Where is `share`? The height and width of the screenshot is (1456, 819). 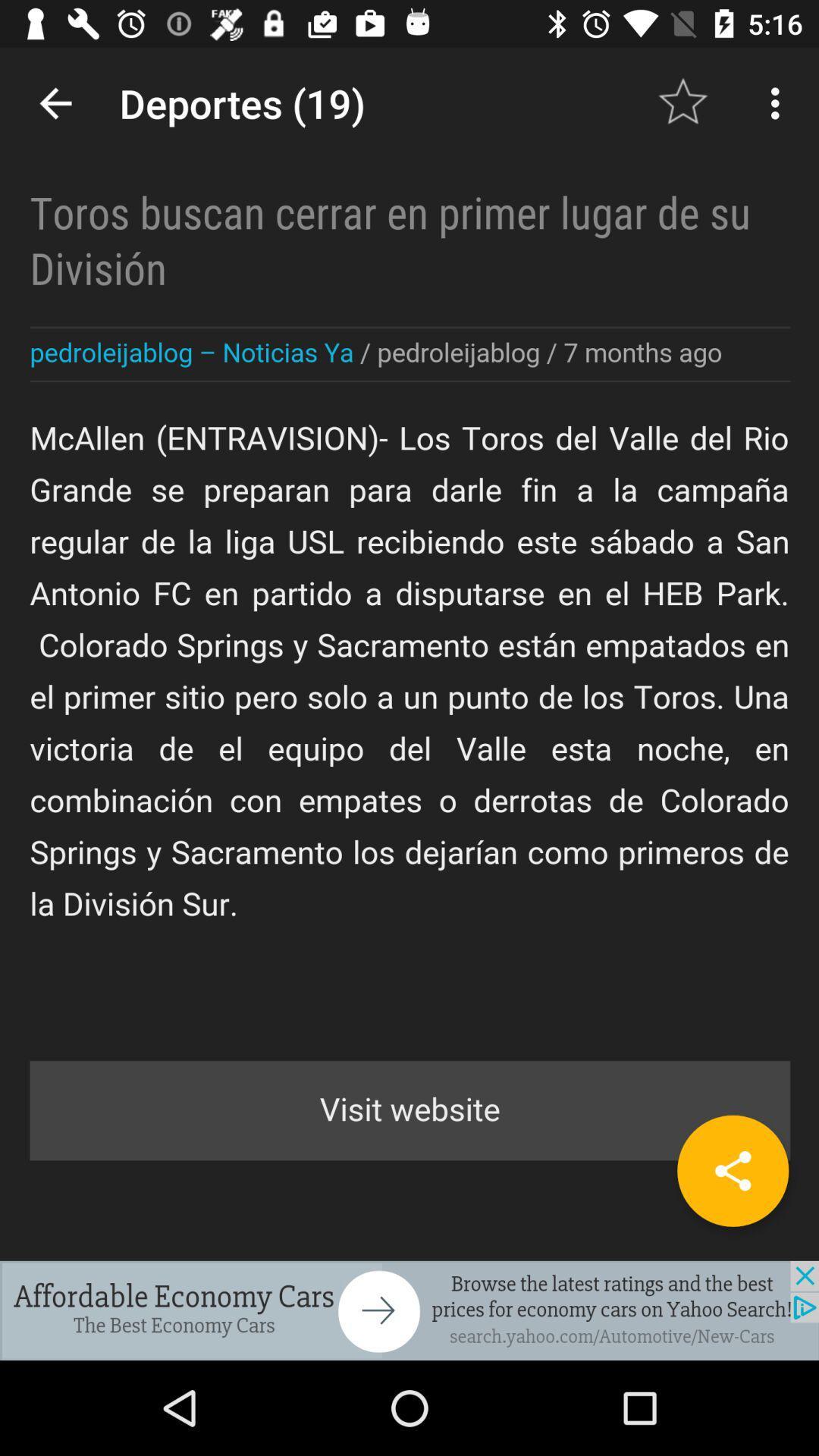 share is located at coordinates (732, 1170).